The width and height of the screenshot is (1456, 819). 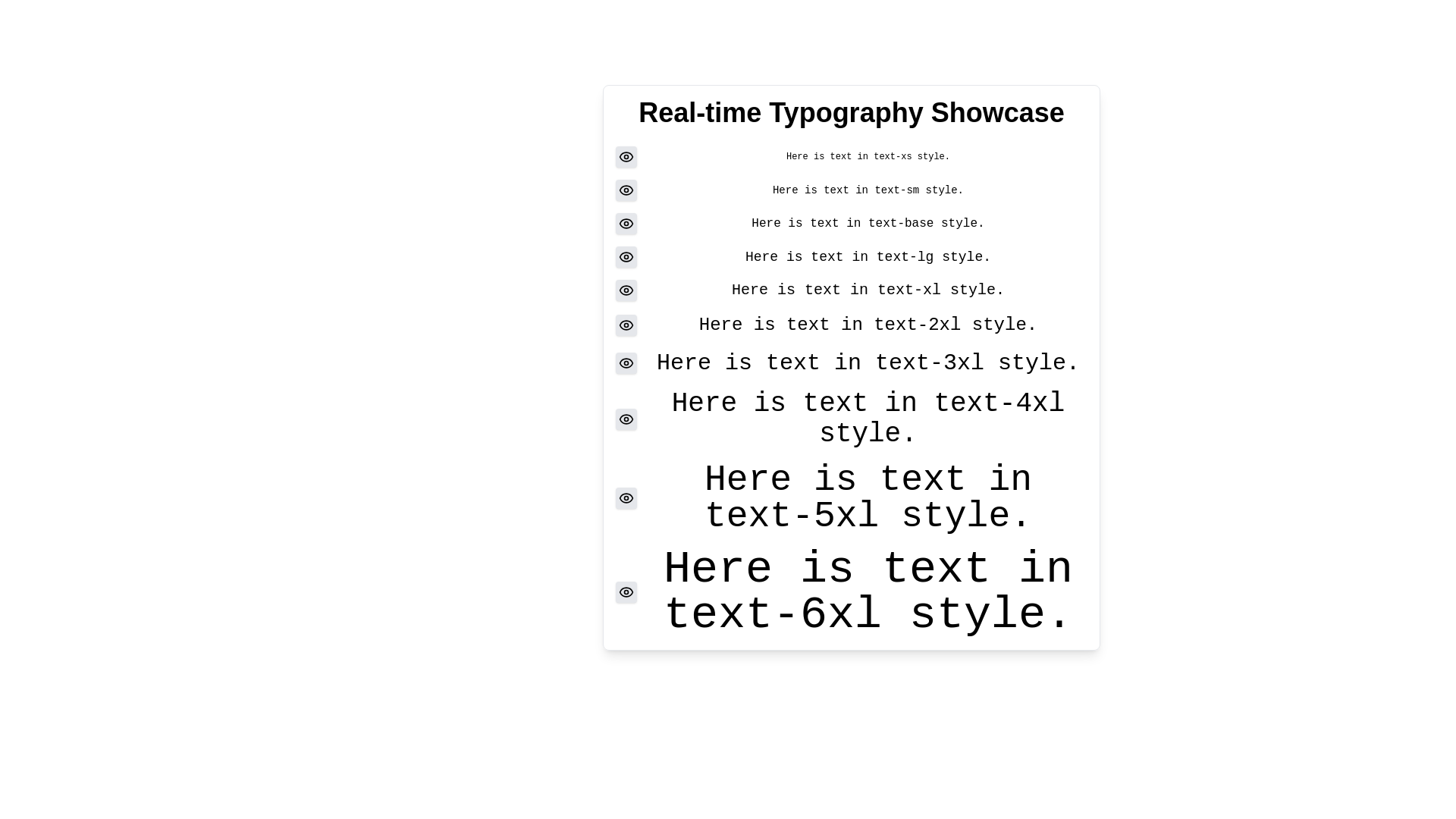 What do you see at coordinates (626, 290) in the screenshot?
I see `the visibility toggle button located to the left of the text labeled 'Here is text in text-xl style.'` at bounding box center [626, 290].